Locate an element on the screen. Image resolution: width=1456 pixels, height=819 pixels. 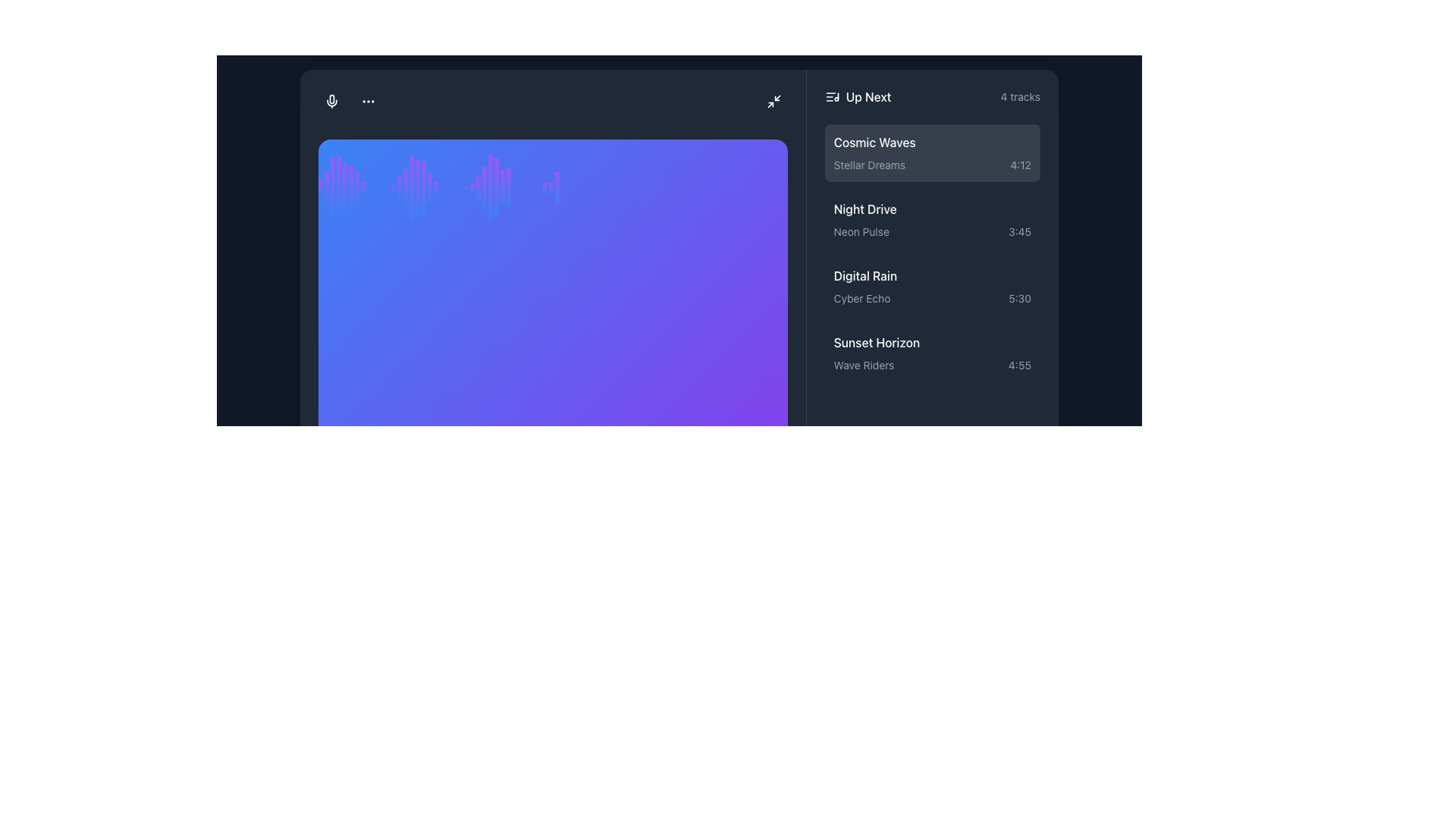
the waveform bar, which is part of a series of vertical bars representing audio visualization, positioned towards the right side among other bars is located at coordinates (545, 186).